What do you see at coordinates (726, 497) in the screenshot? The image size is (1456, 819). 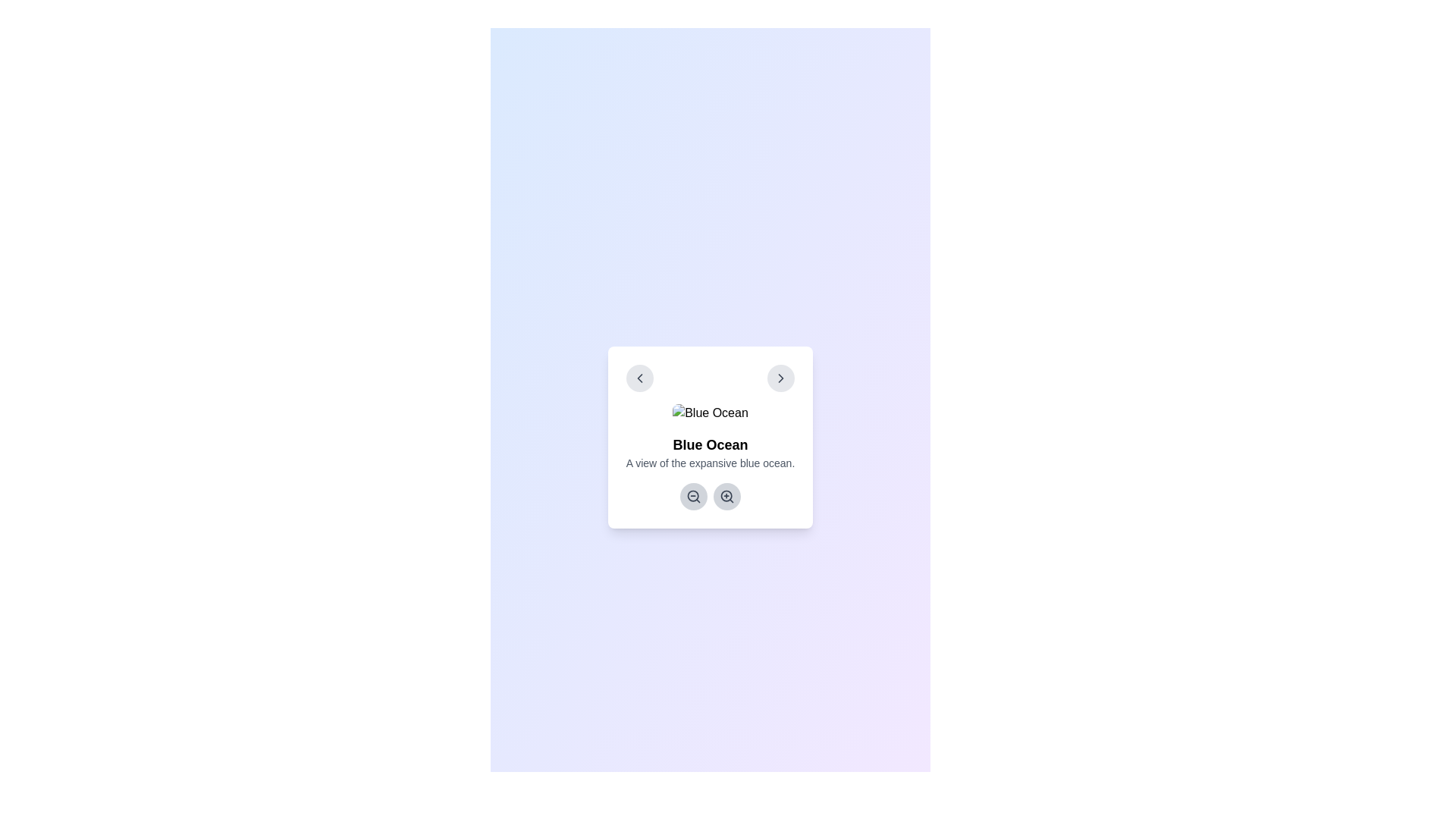 I see `the zoom-in button located centrally at the bottom of the card interface` at bounding box center [726, 497].